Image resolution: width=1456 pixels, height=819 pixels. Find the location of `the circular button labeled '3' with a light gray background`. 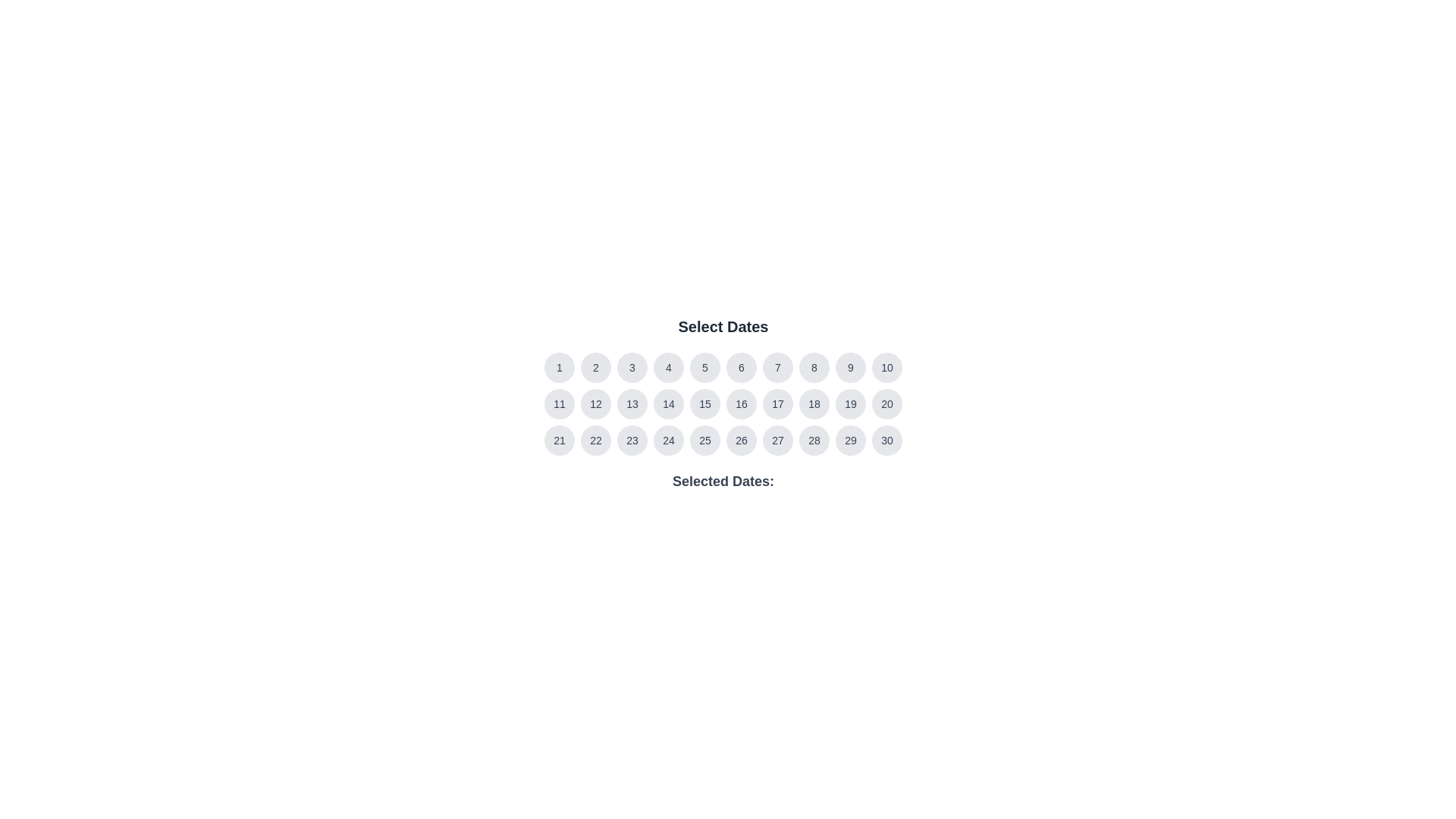

the circular button labeled '3' with a light gray background is located at coordinates (632, 368).